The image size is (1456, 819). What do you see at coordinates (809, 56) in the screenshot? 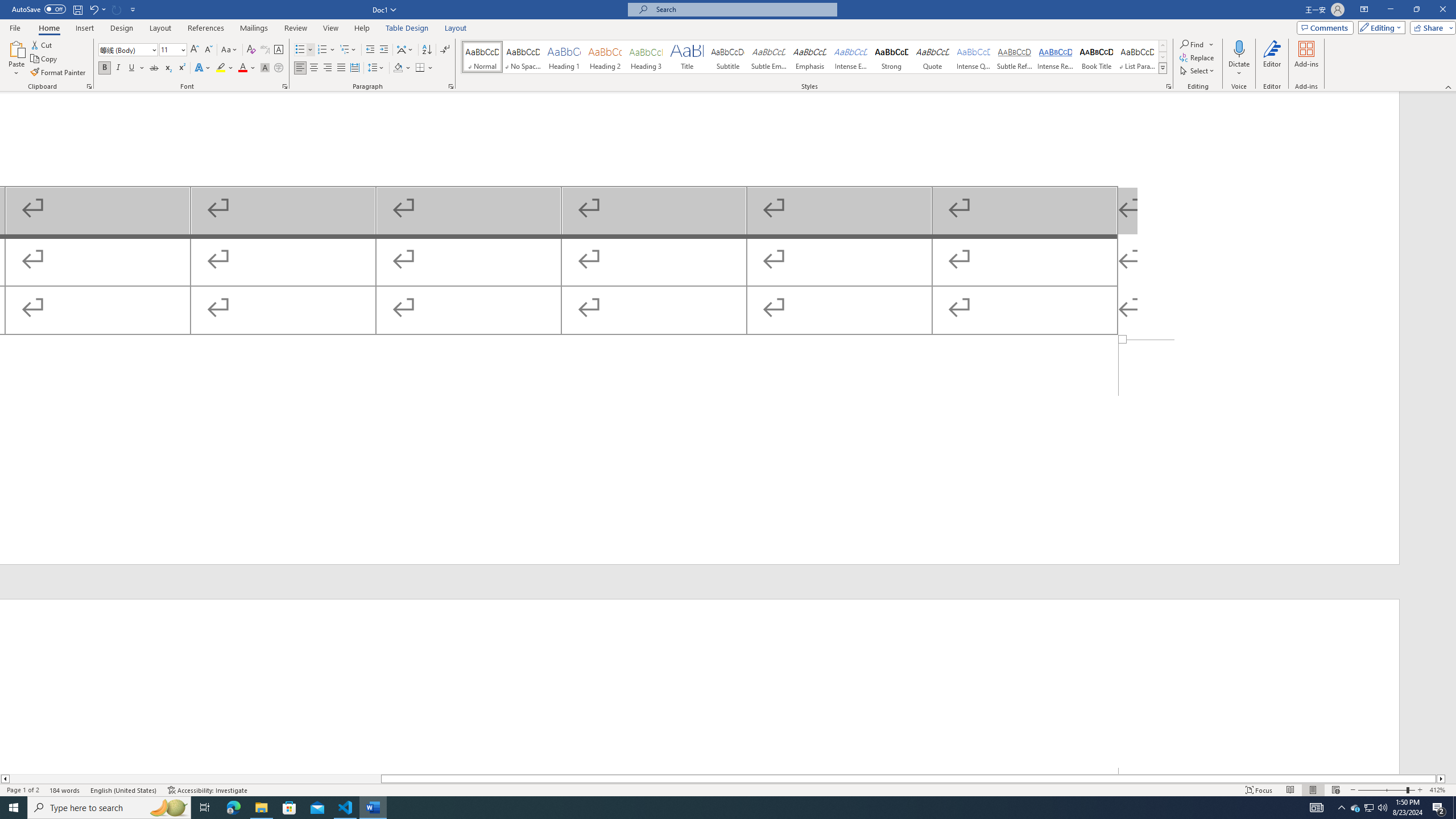
I see `'Emphasis'` at bounding box center [809, 56].